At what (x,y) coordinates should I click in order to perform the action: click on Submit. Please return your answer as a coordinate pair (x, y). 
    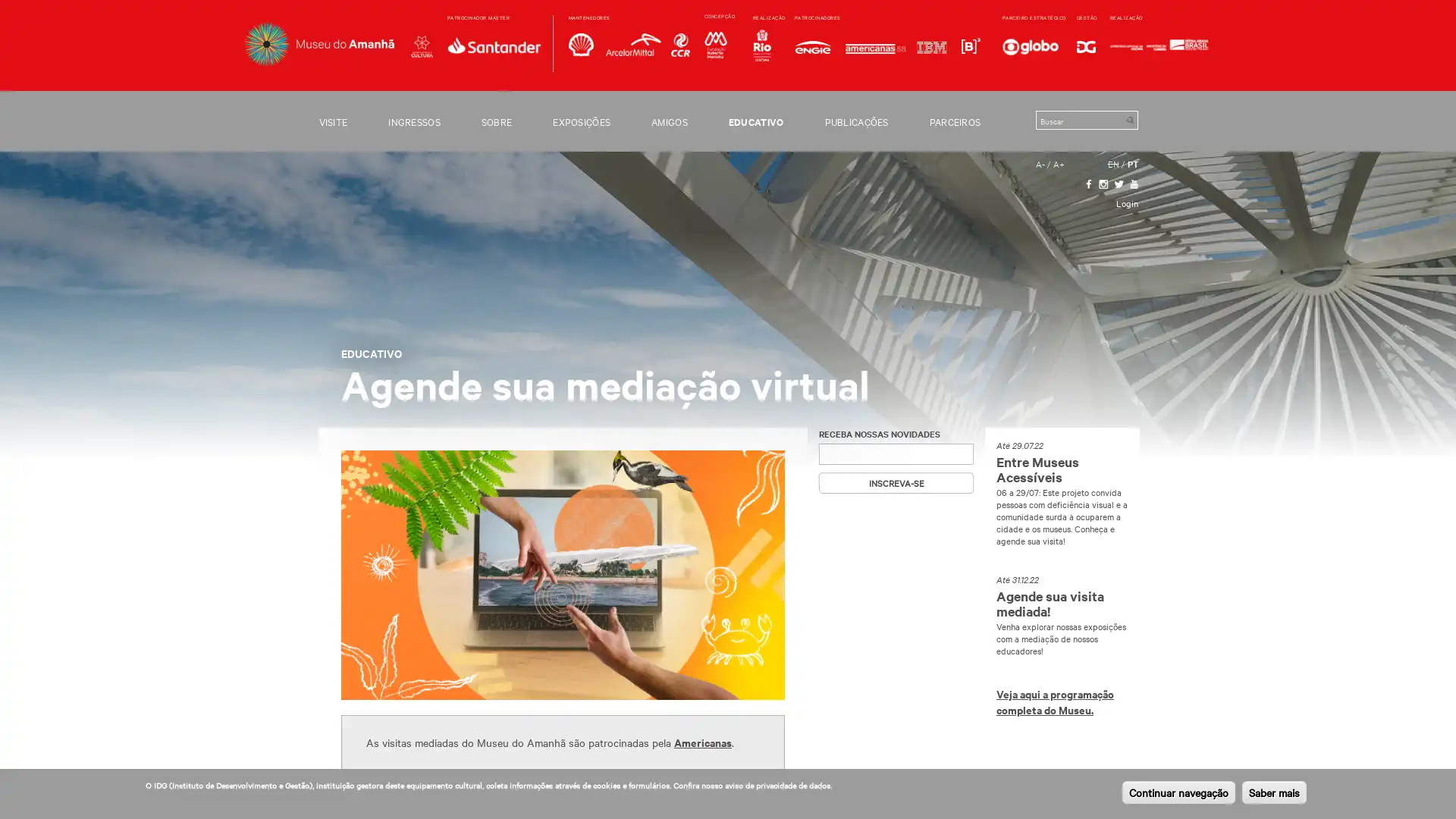
    Looking at the image, I should click on (1129, 119).